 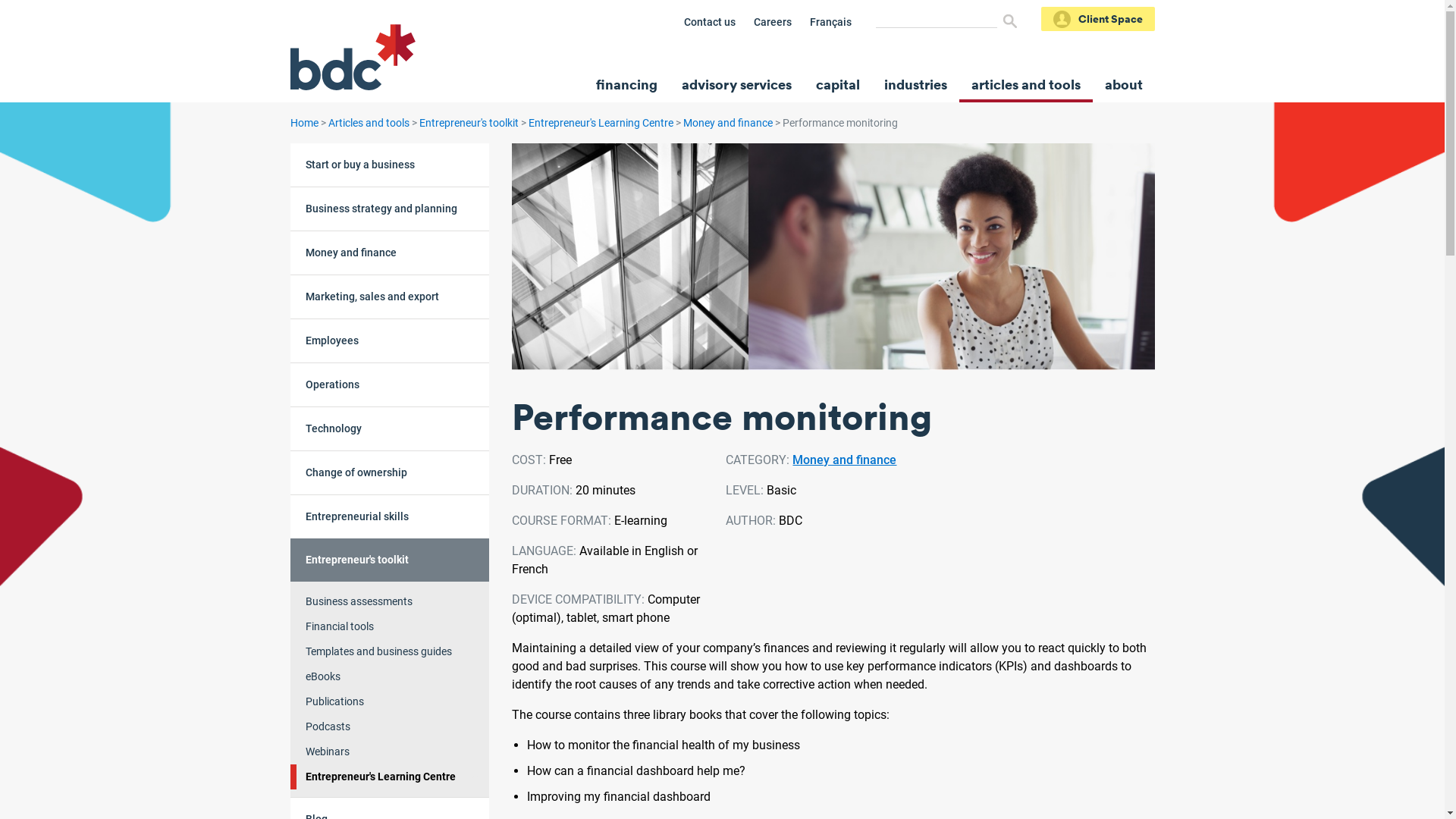 I want to click on 'Articles and tools', so click(x=368, y=122).